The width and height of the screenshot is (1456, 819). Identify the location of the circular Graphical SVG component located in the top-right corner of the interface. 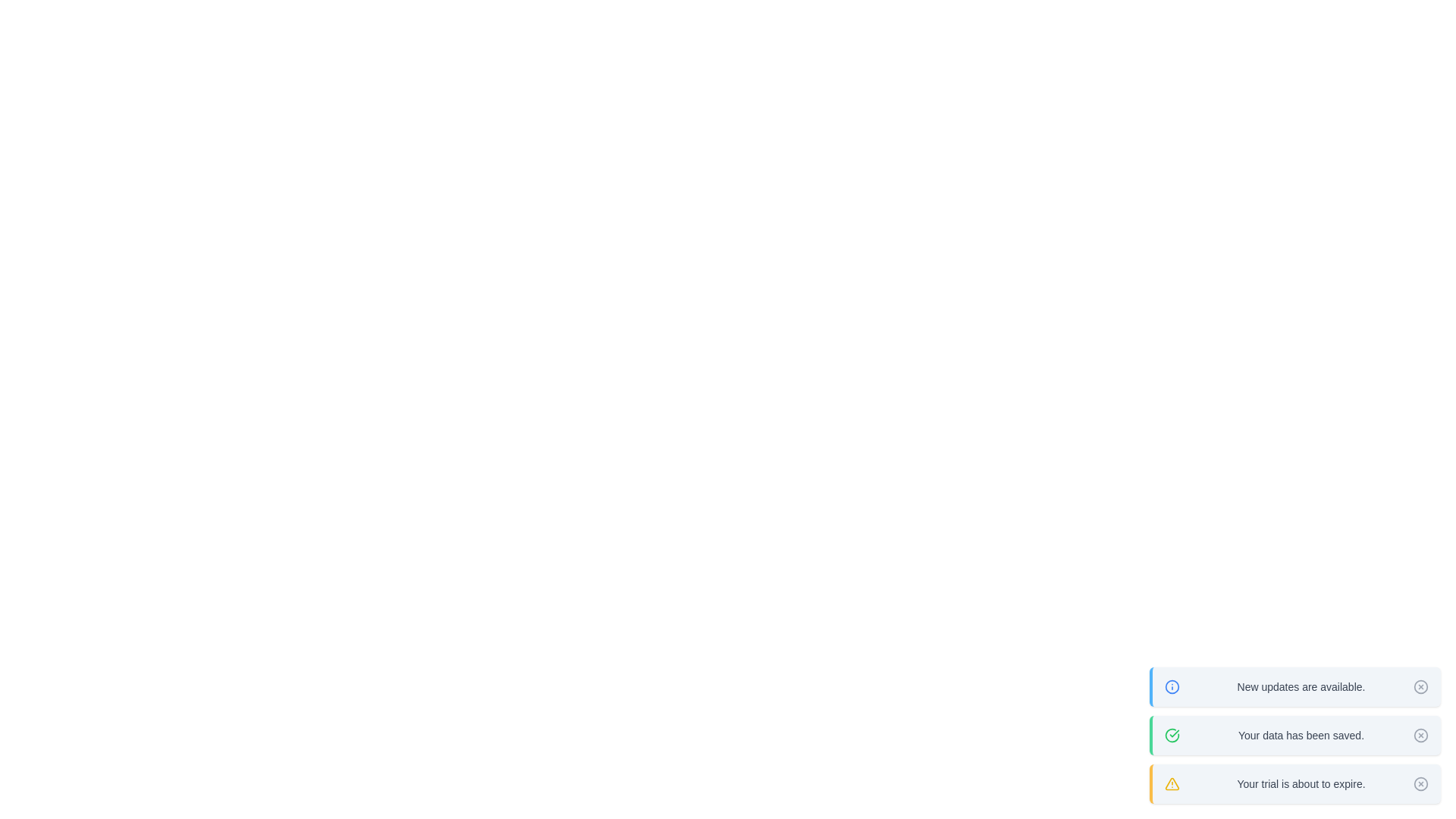
(1420, 687).